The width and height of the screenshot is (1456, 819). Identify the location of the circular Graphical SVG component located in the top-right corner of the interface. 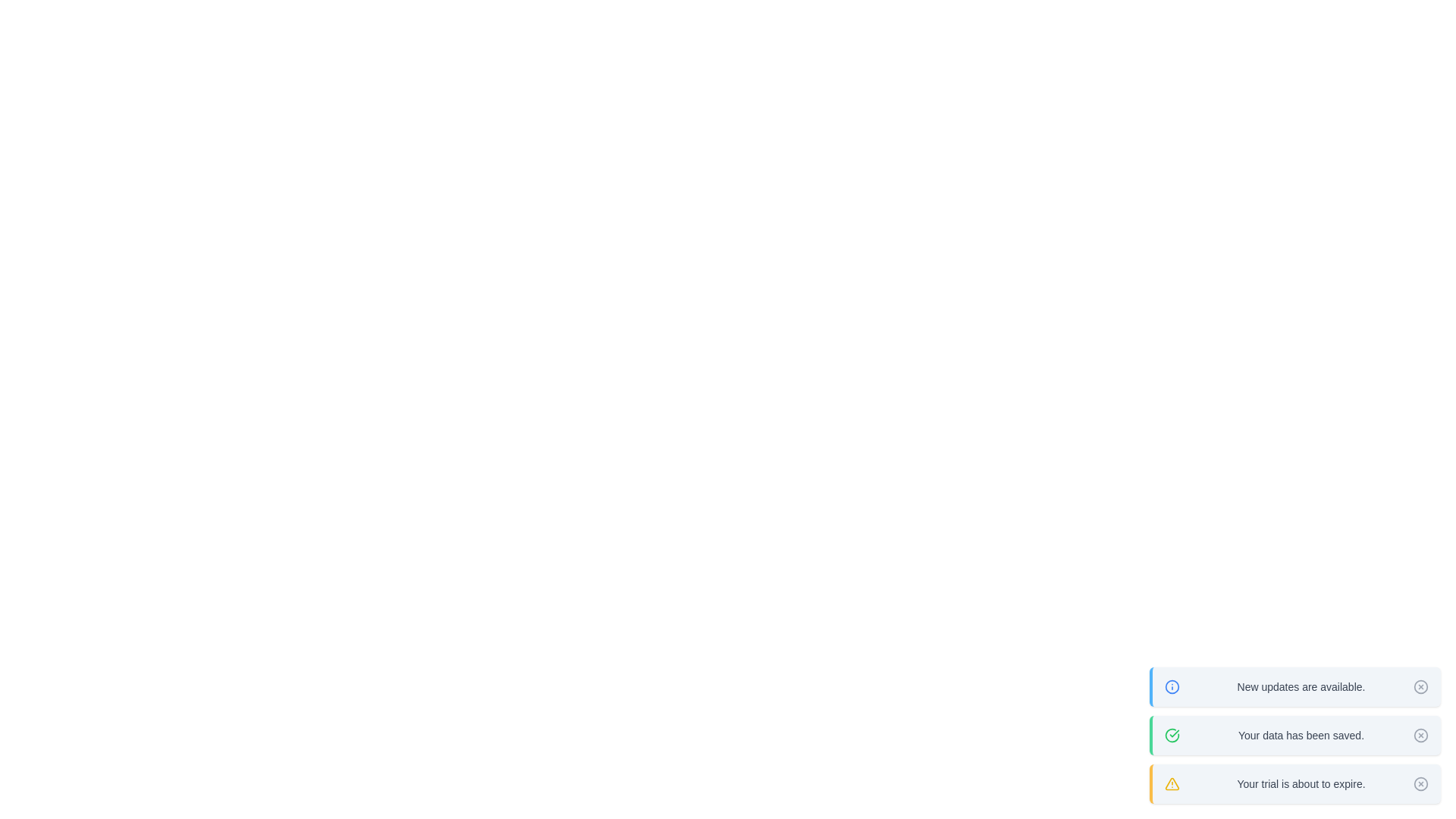
(1420, 687).